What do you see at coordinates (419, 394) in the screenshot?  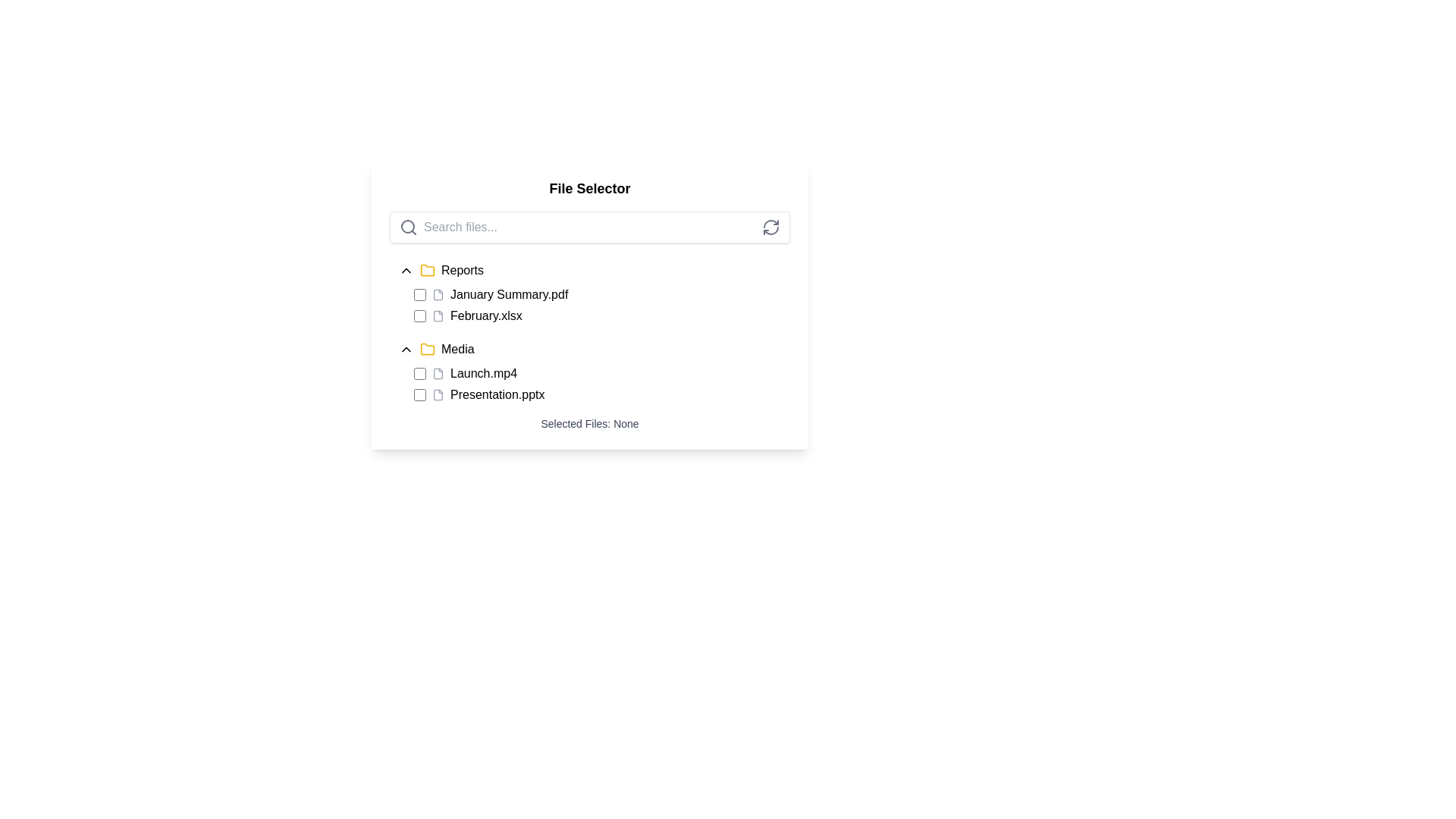 I see `the checkbox with a blue outline next to the file name 'Presentation.pptx'` at bounding box center [419, 394].